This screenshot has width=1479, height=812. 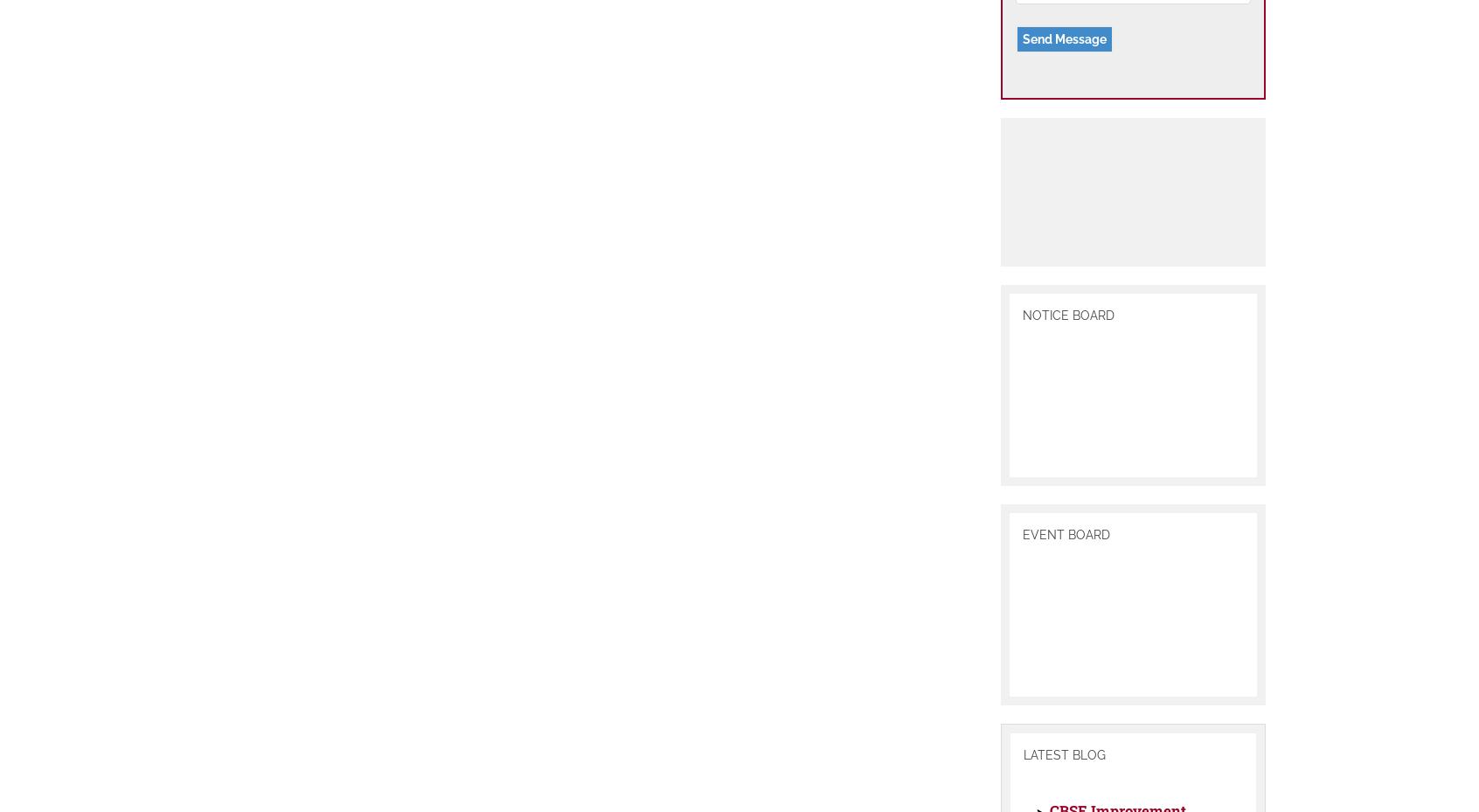 I want to click on 'Test Event 1', so click(x=1079, y=420).